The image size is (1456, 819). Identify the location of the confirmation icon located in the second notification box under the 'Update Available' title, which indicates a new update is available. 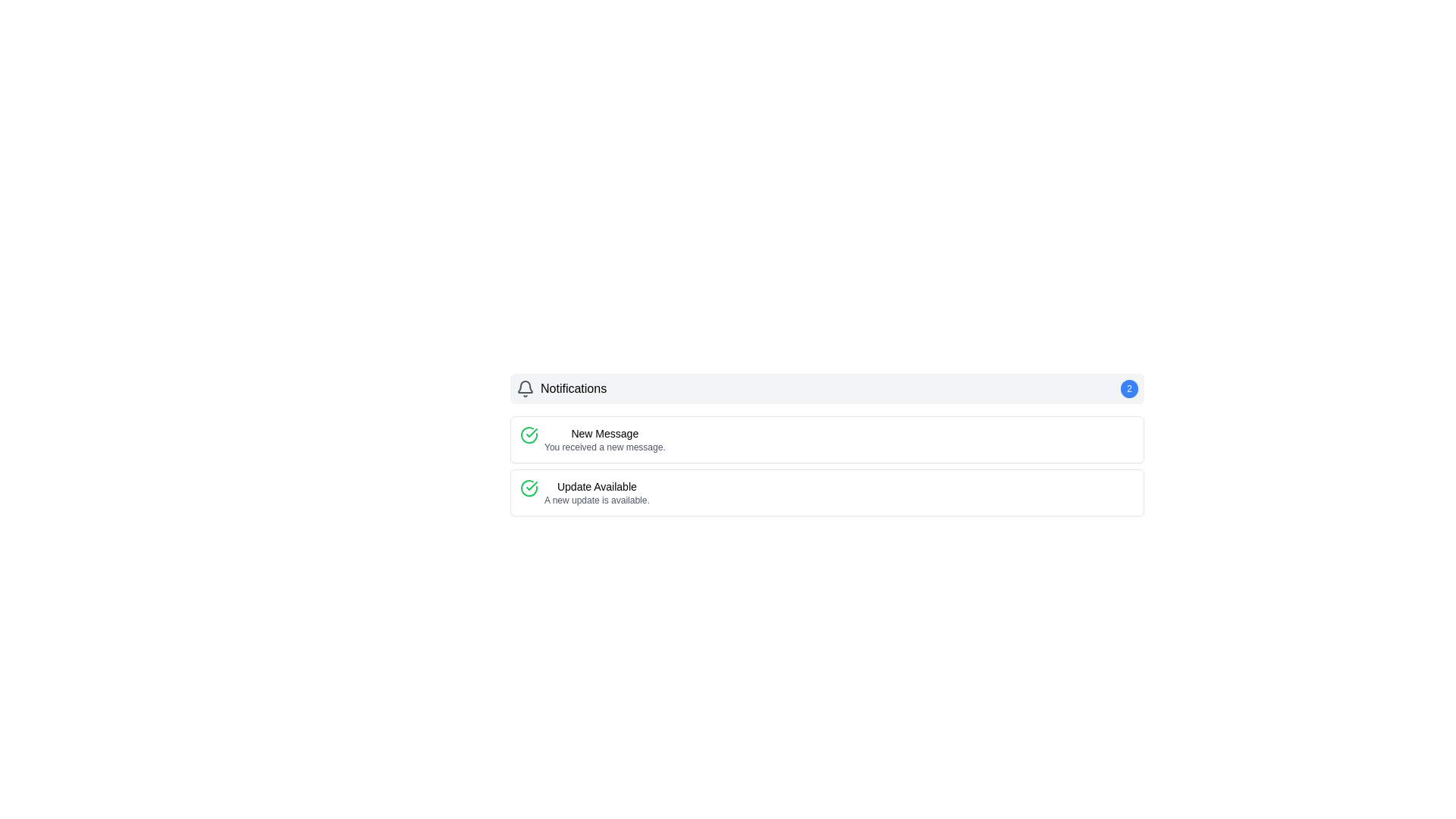
(529, 488).